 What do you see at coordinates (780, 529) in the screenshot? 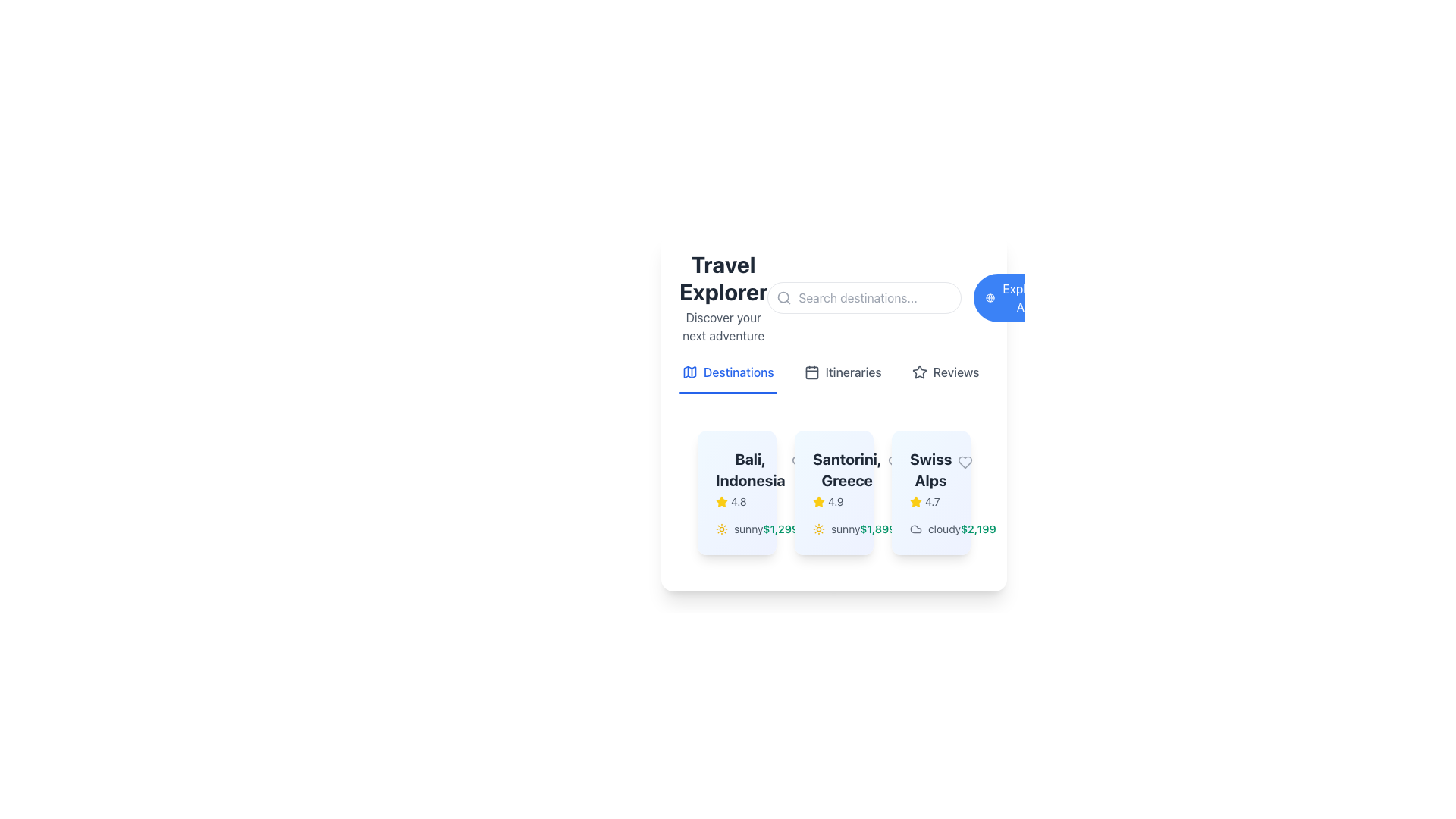
I see `the stylized text label displaying the price '$1,299' in bold, green font, located near the text description 'sunny' in the lower section of the card labeled 'Bali, Indonesia'` at bounding box center [780, 529].